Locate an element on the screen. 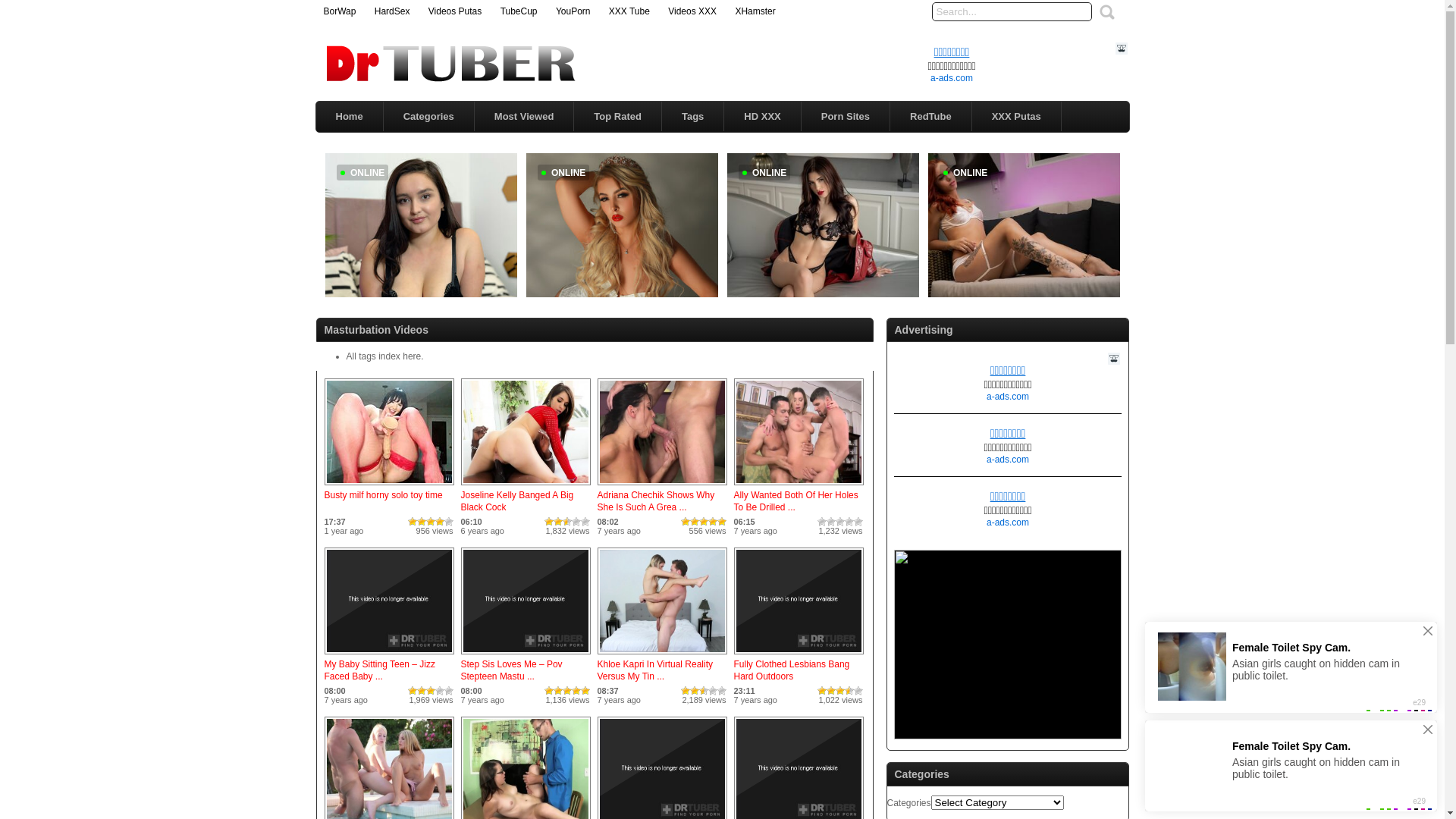 This screenshot has height=819, width=1456. 'XXX Tube' is located at coordinates (629, 11).